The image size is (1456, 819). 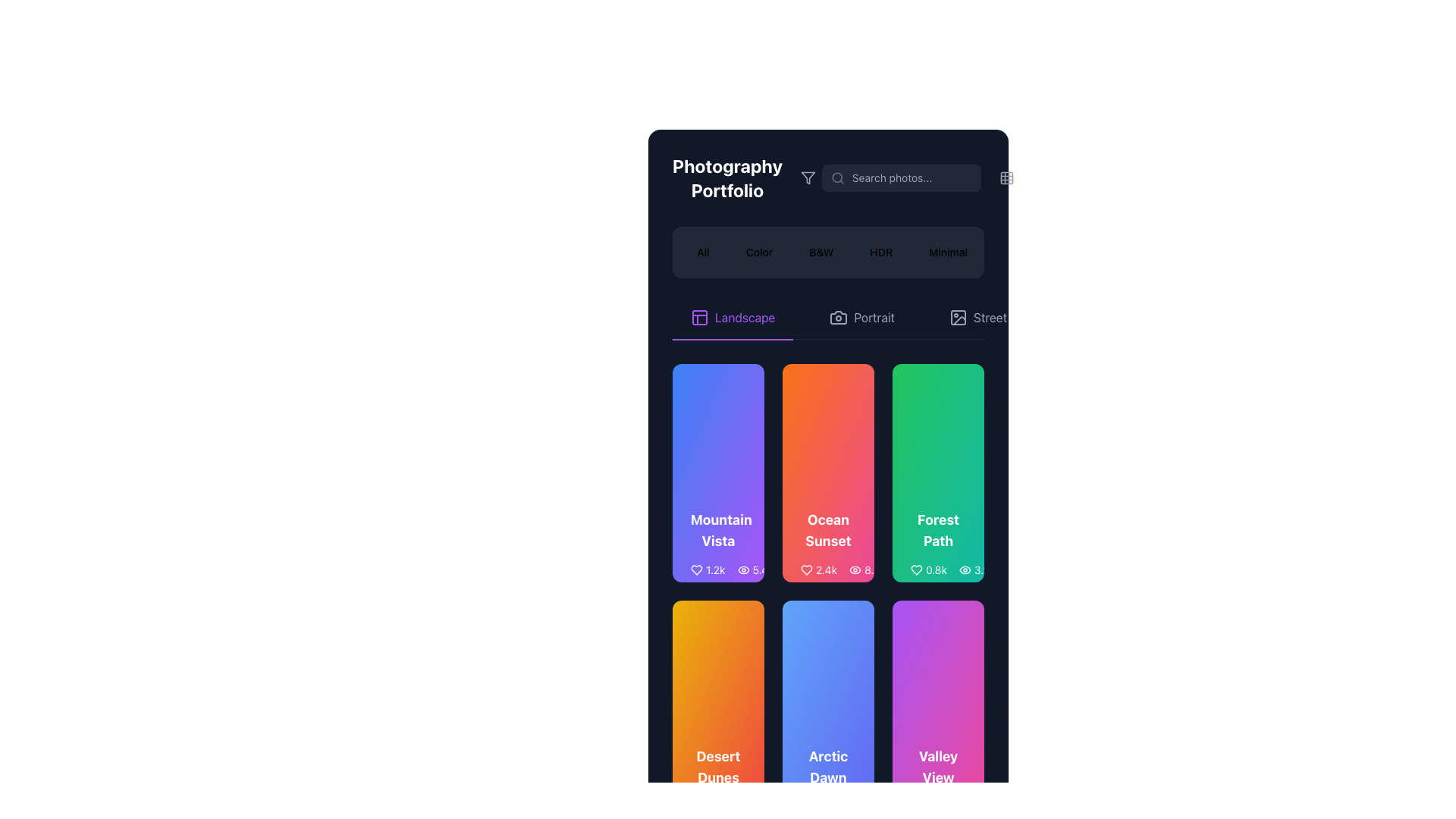 What do you see at coordinates (717, 546) in the screenshot?
I see `the icons or links within the 'Mountain Vista' Preview card, which displays likes and views in a bold white font against a gradient background` at bounding box center [717, 546].